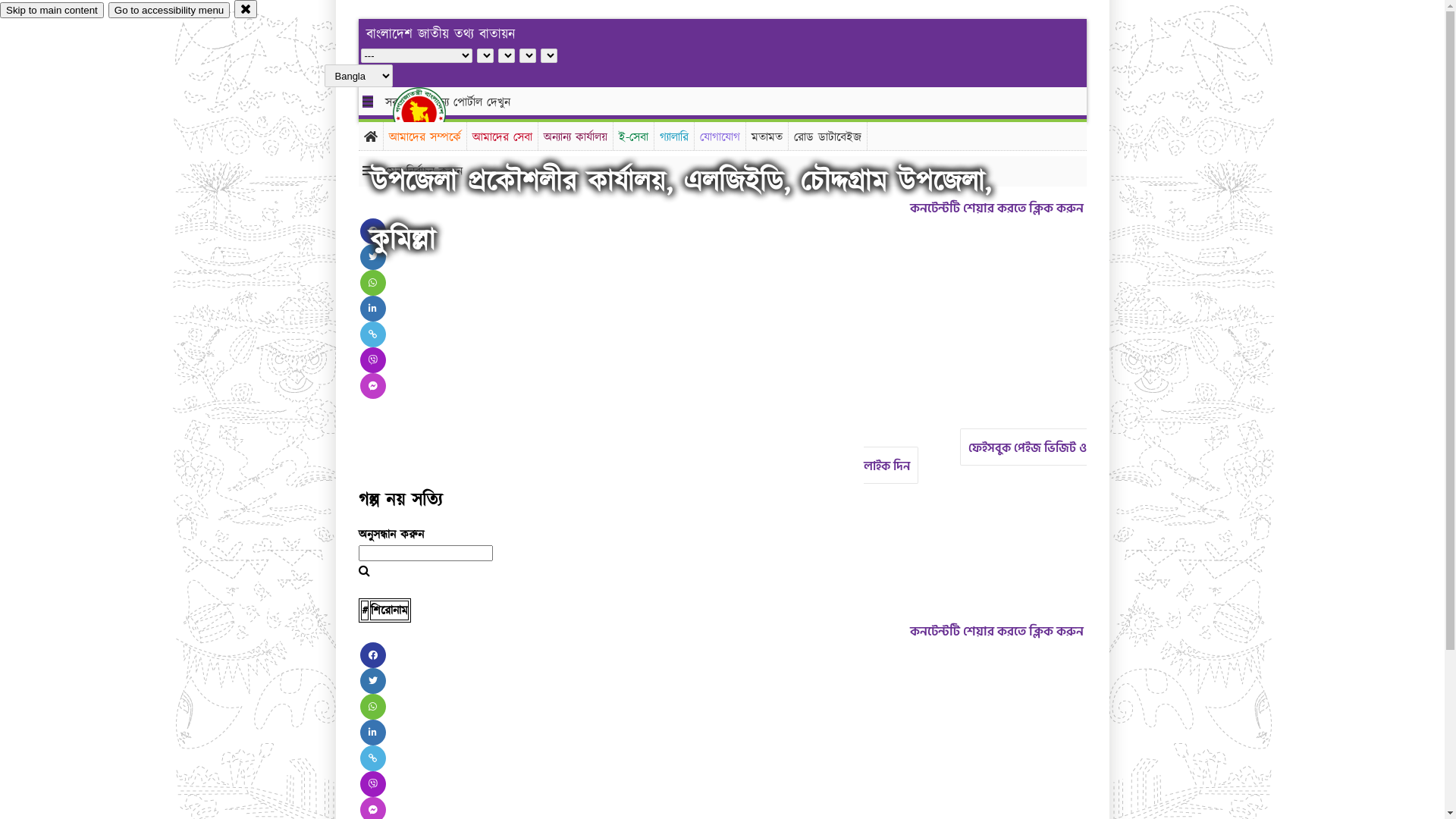 This screenshot has height=819, width=1456. Describe the element at coordinates (52, 10) in the screenshot. I see `'Skip to main content'` at that location.